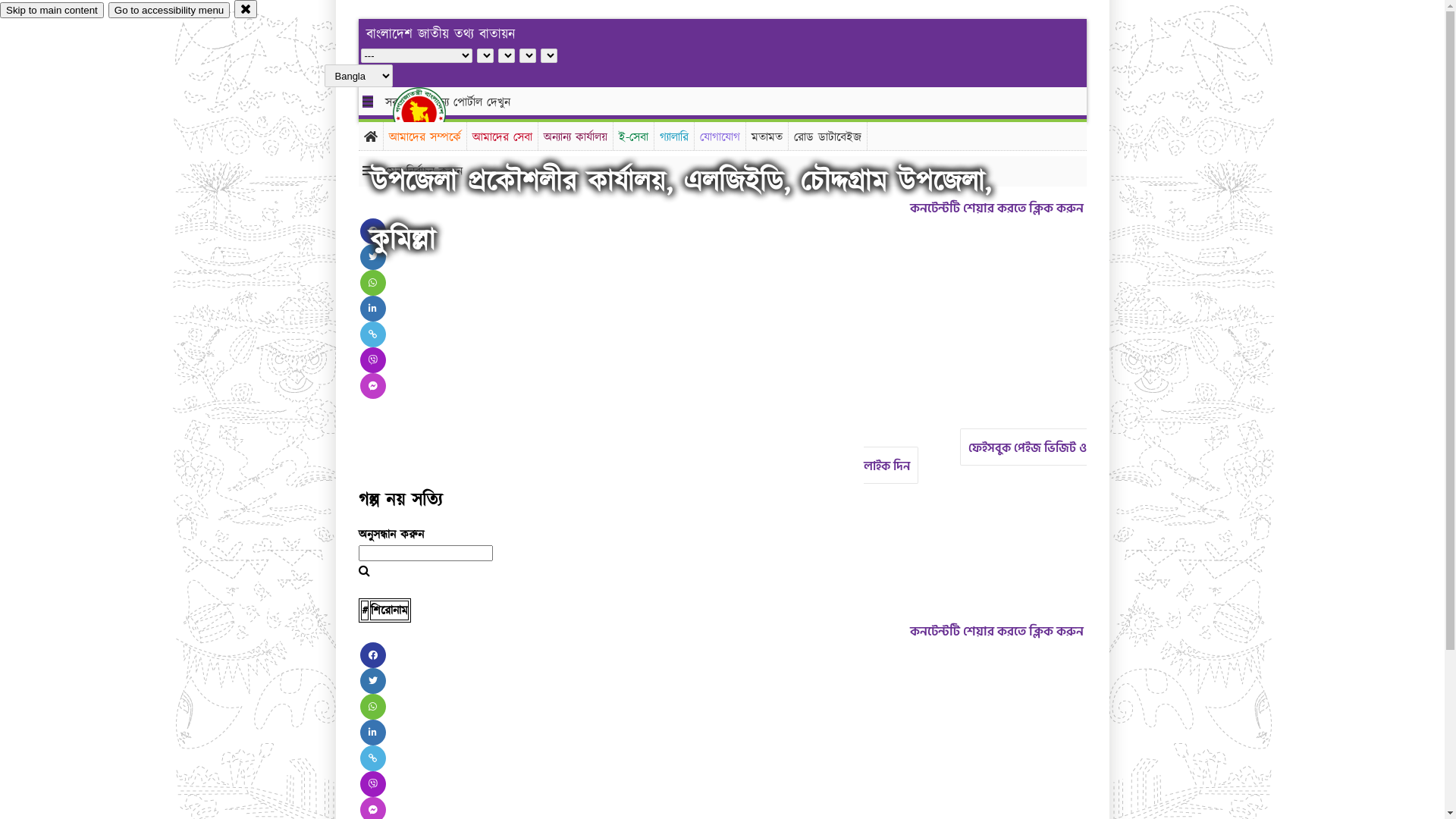 This screenshot has height=819, width=1456. Describe the element at coordinates (52, 10) in the screenshot. I see `'Skip to main content'` at that location.